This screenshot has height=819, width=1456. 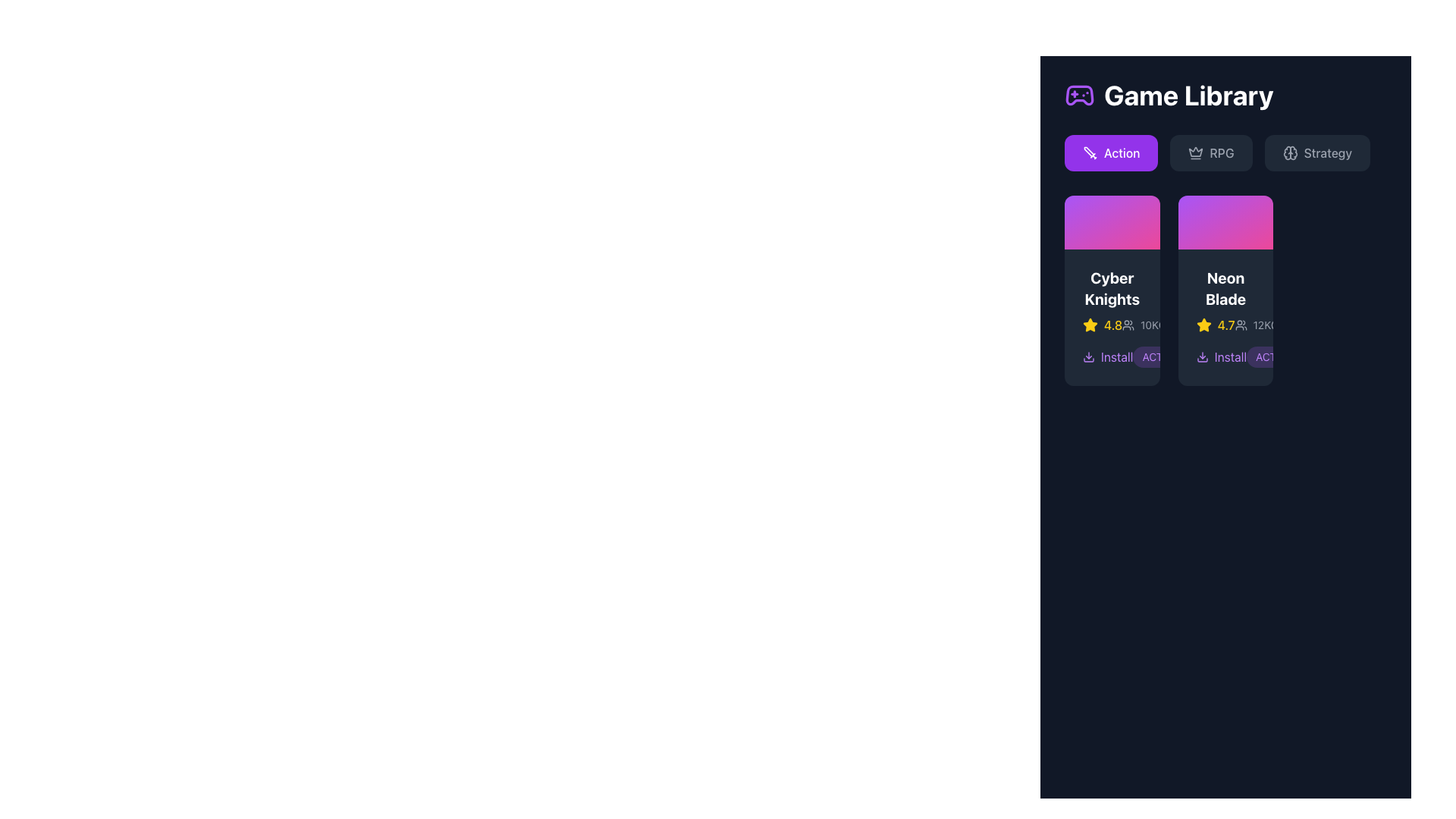 I want to click on the 'Action' label located within the first button in a row of category buttons near the top left corner of the interface, so click(x=1122, y=152).